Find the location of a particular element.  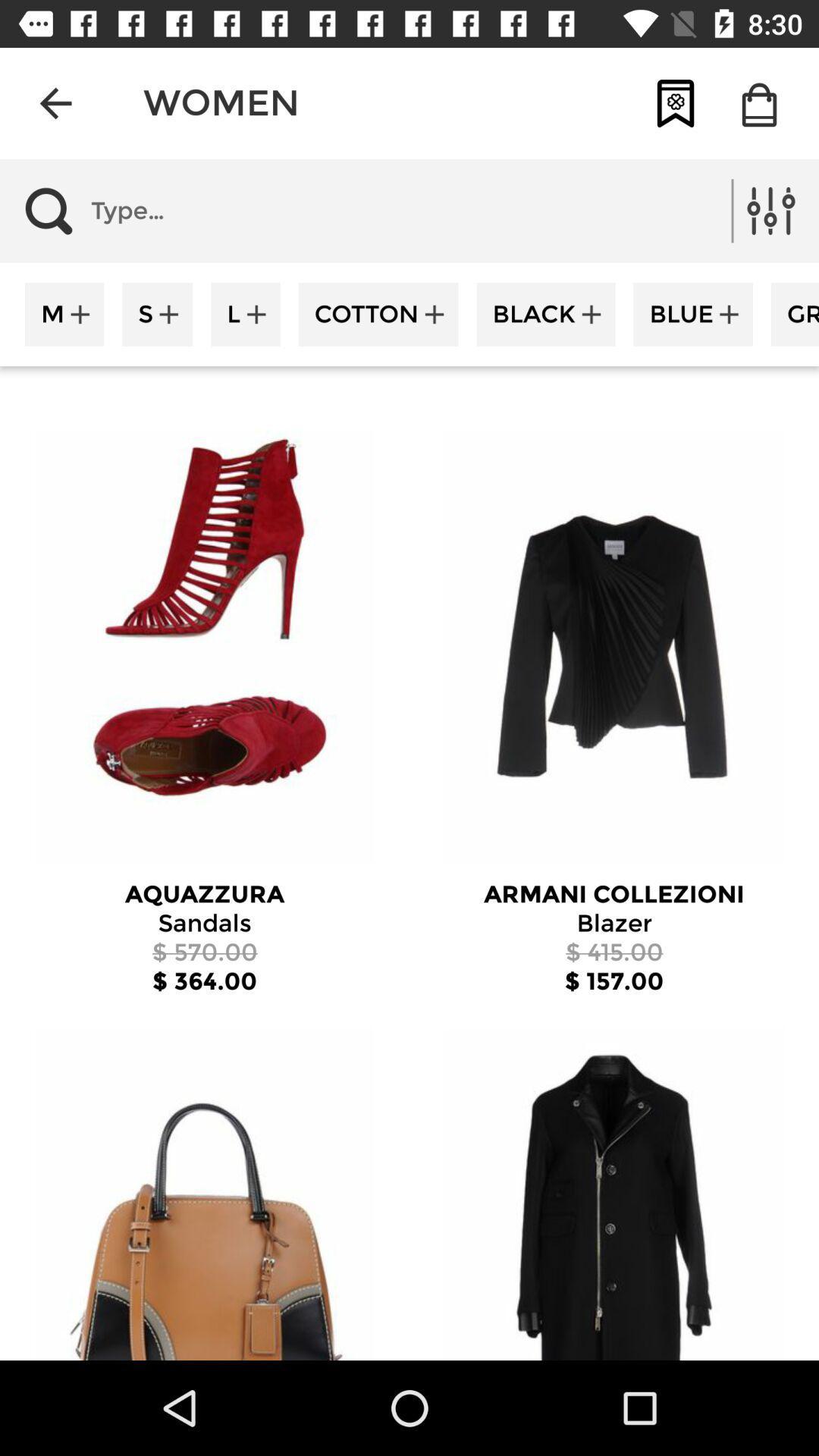

l icon is located at coordinates (245, 313).